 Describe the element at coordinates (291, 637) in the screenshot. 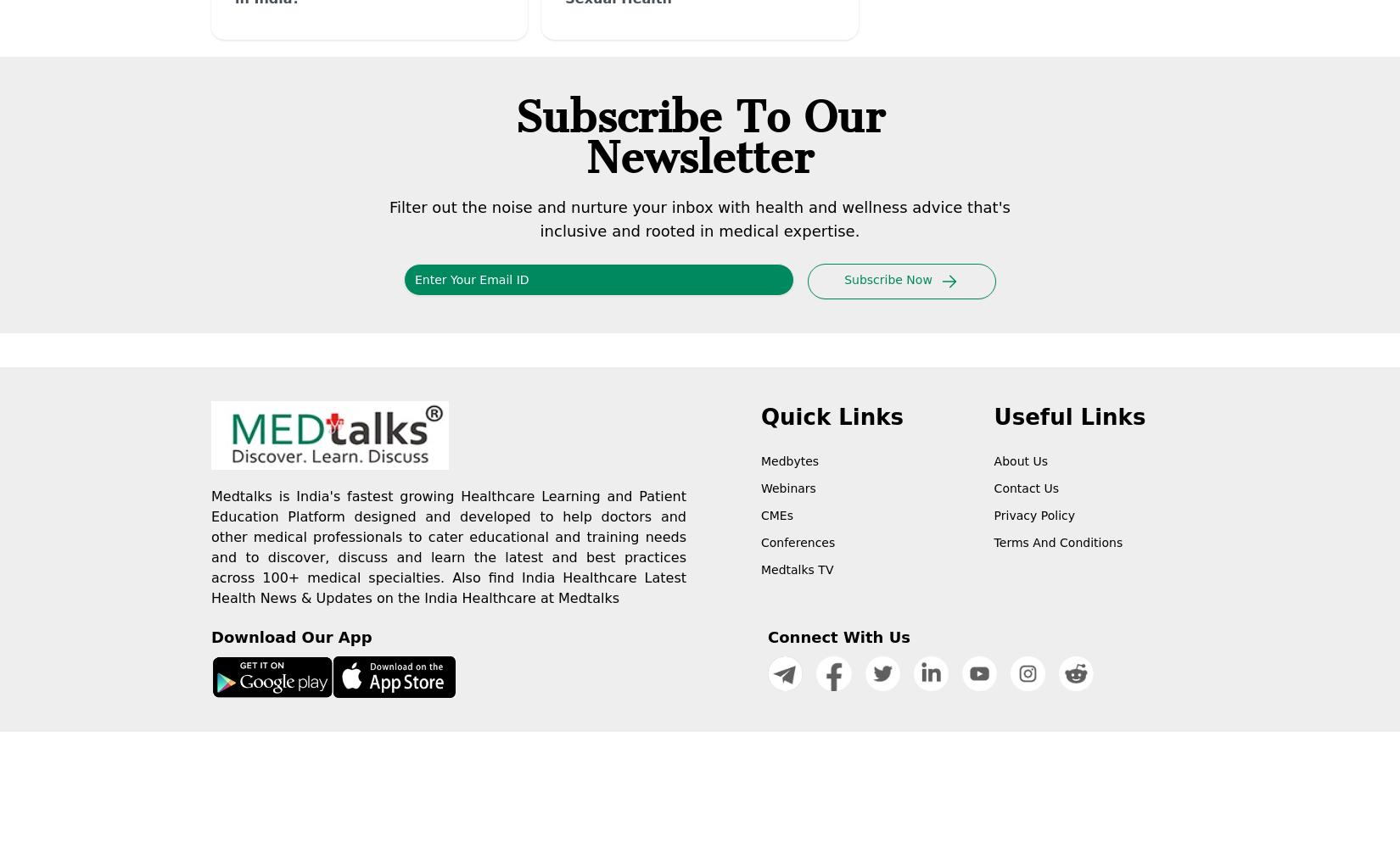

I see `'Download Our App'` at that location.